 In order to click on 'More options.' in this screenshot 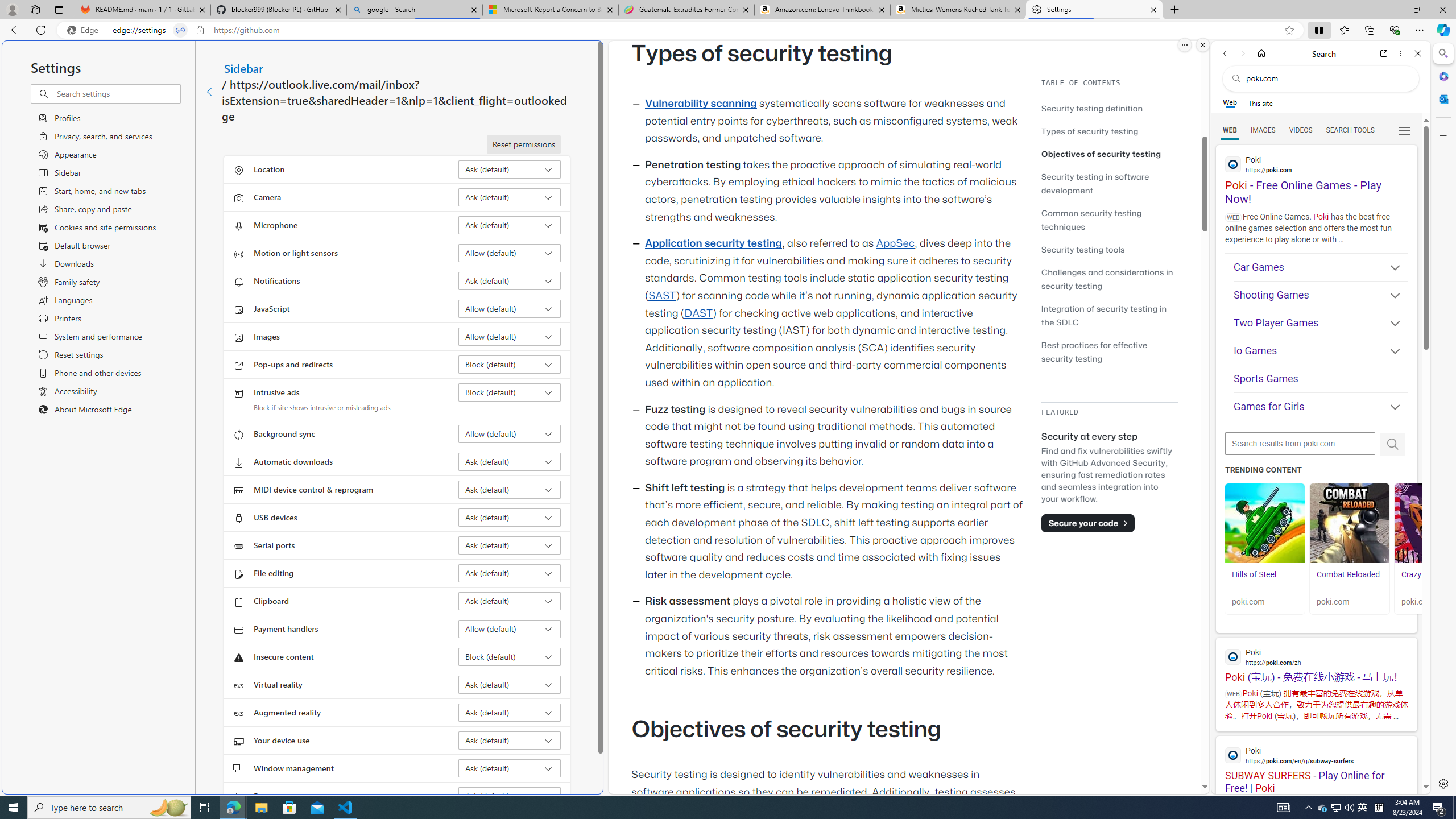, I will do `click(1184, 44)`.